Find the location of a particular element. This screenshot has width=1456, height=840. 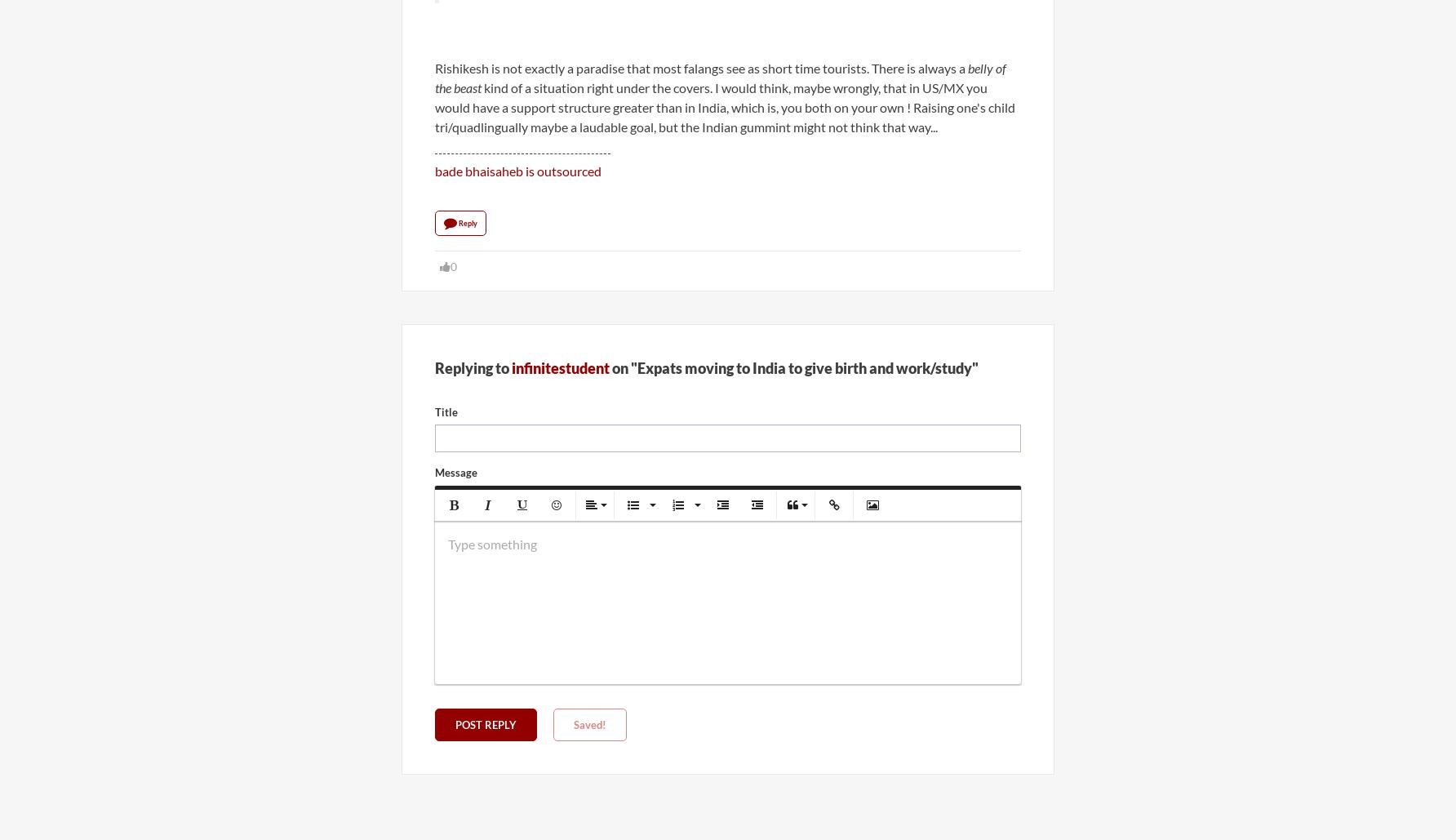

'kind of a situation right under the covers. I would think, maybe wrongly, that in US/MX you would have a support structure greater than in India, which is, you both on your own ! Raising one's child tri/quadlingually maybe a laudable goal, but the Indian gummint might not think that way...' is located at coordinates (724, 106).